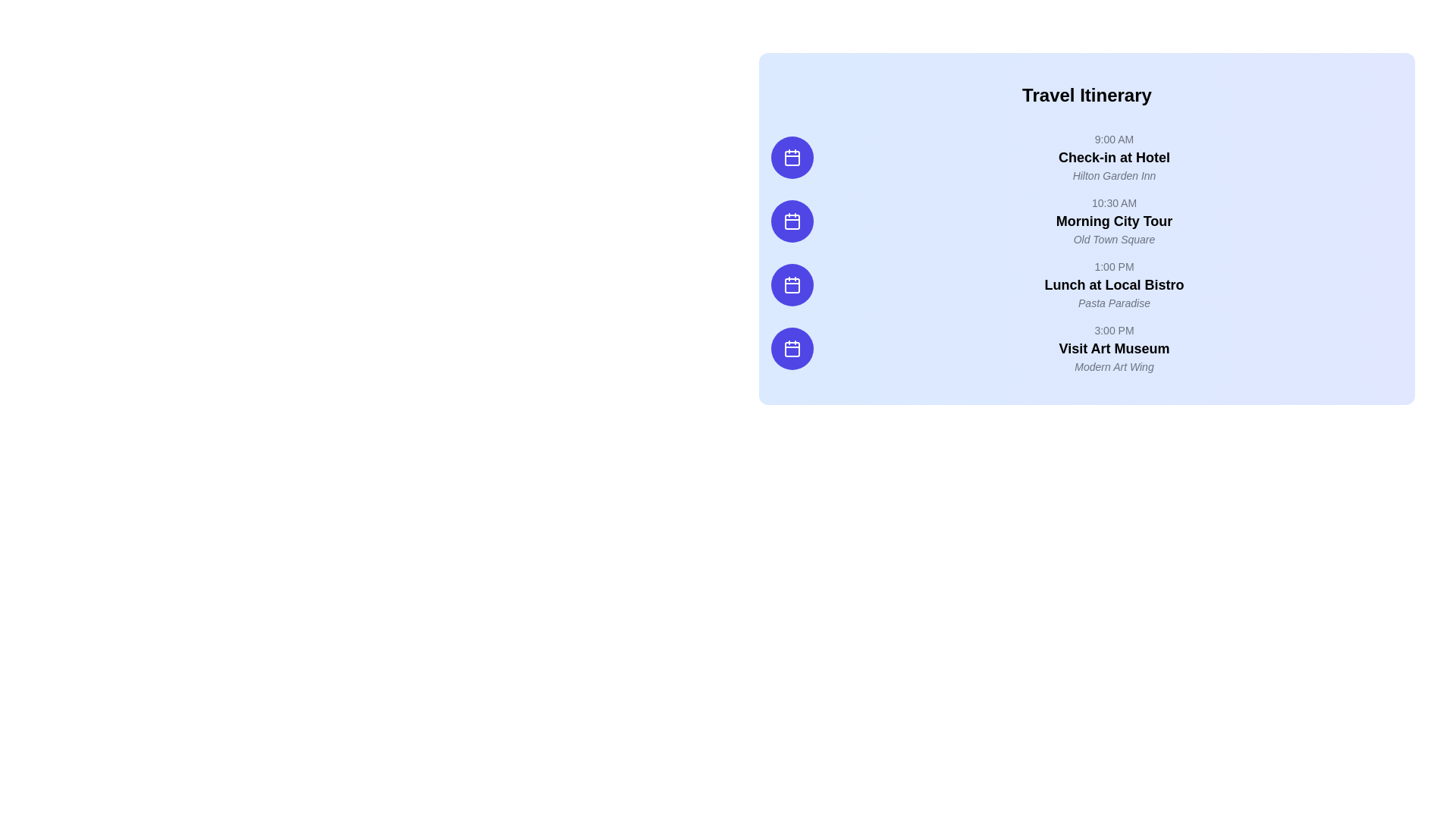 This screenshot has width=1456, height=819. I want to click on displayed time from the text label showing '3:00 PM', which is centrally aligned within its entry in the itinerary layout, so click(1114, 329).